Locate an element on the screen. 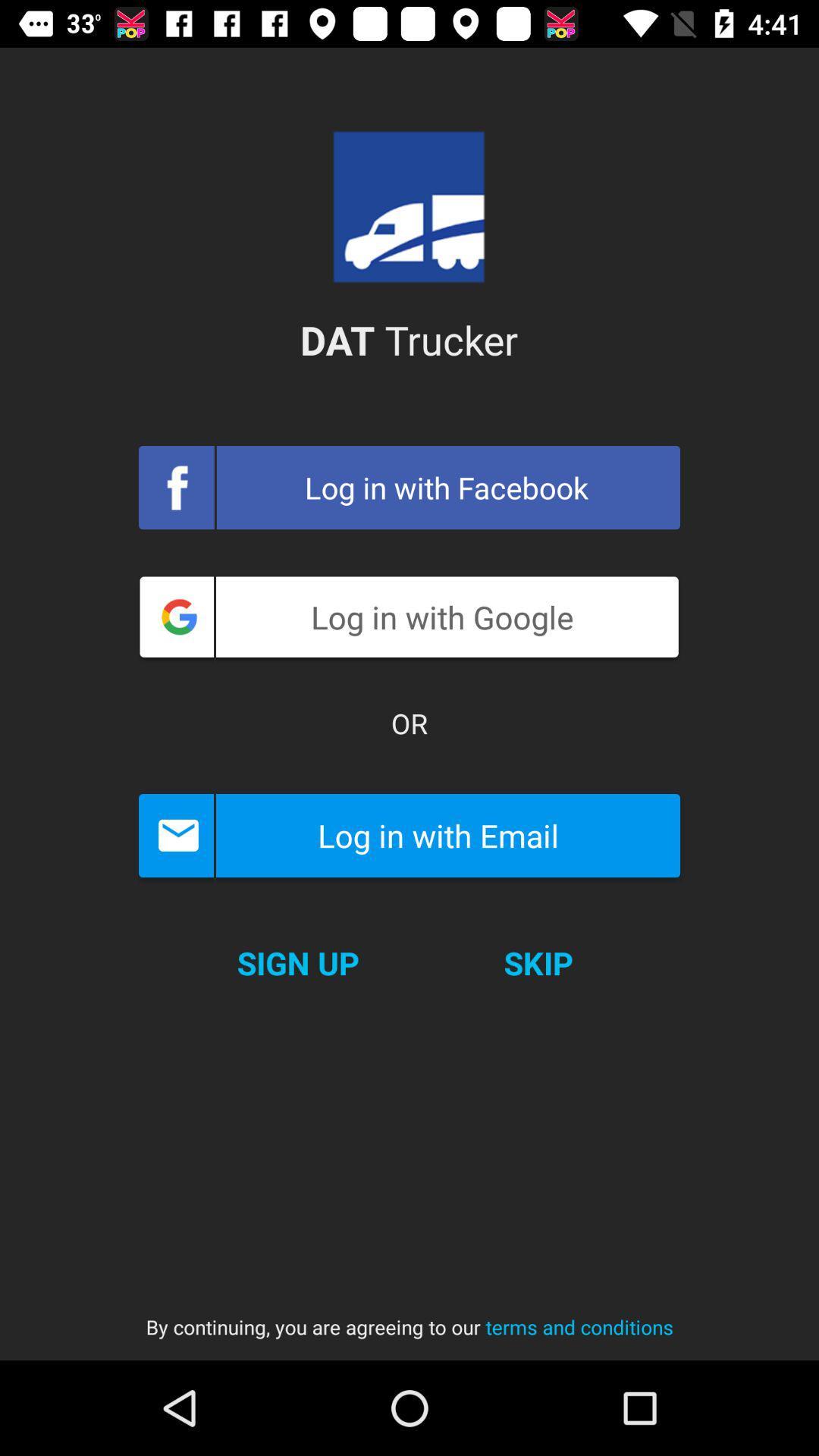 Image resolution: width=819 pixels, height=1456 pixels. the icon next to the sign up item is located at coordinates (538, 962).